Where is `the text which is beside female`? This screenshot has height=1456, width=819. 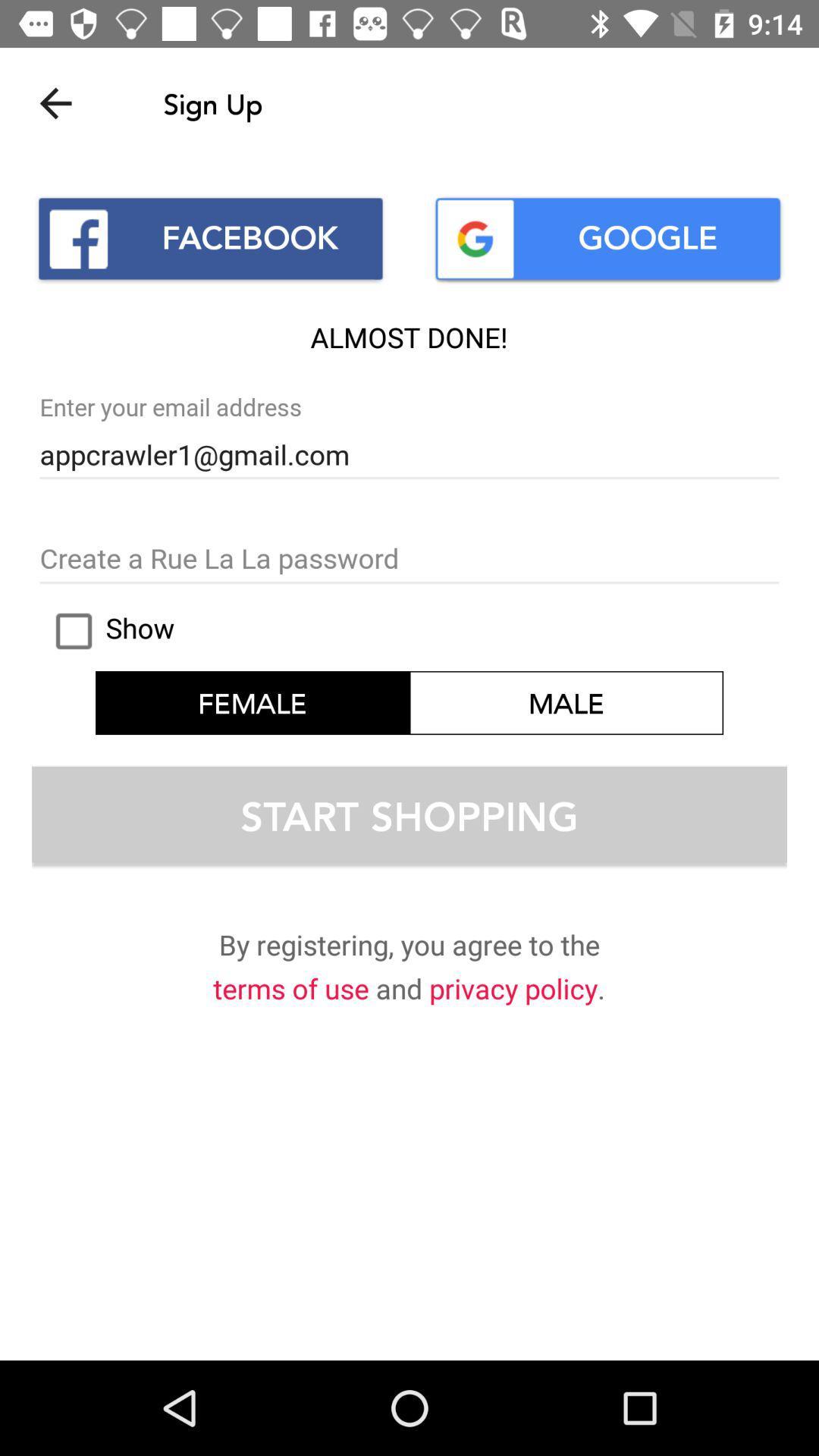 the text which is beside female is located at coordinates (566, 701).